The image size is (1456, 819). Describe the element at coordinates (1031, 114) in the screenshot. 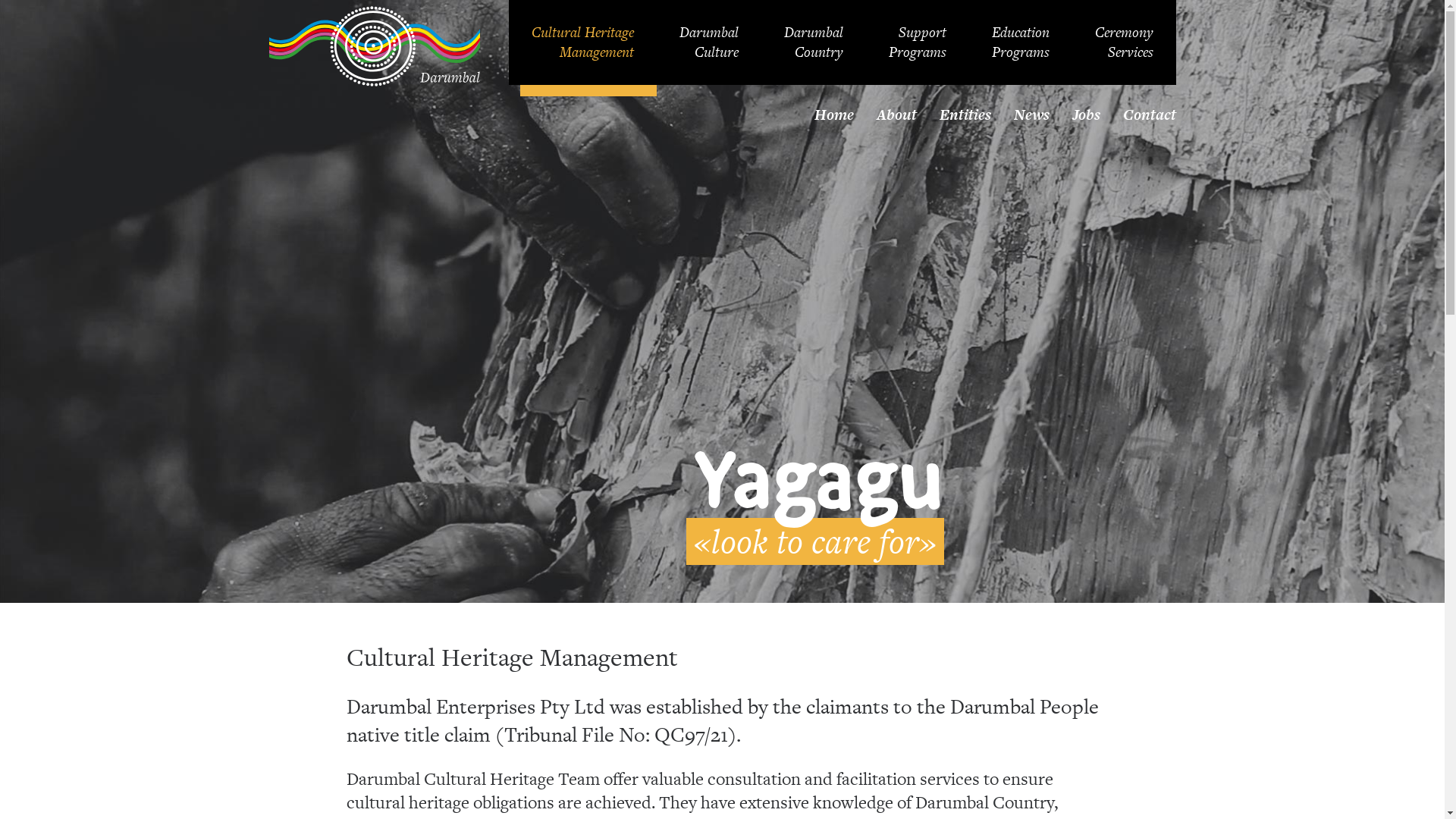

I see `'News'` at that location.